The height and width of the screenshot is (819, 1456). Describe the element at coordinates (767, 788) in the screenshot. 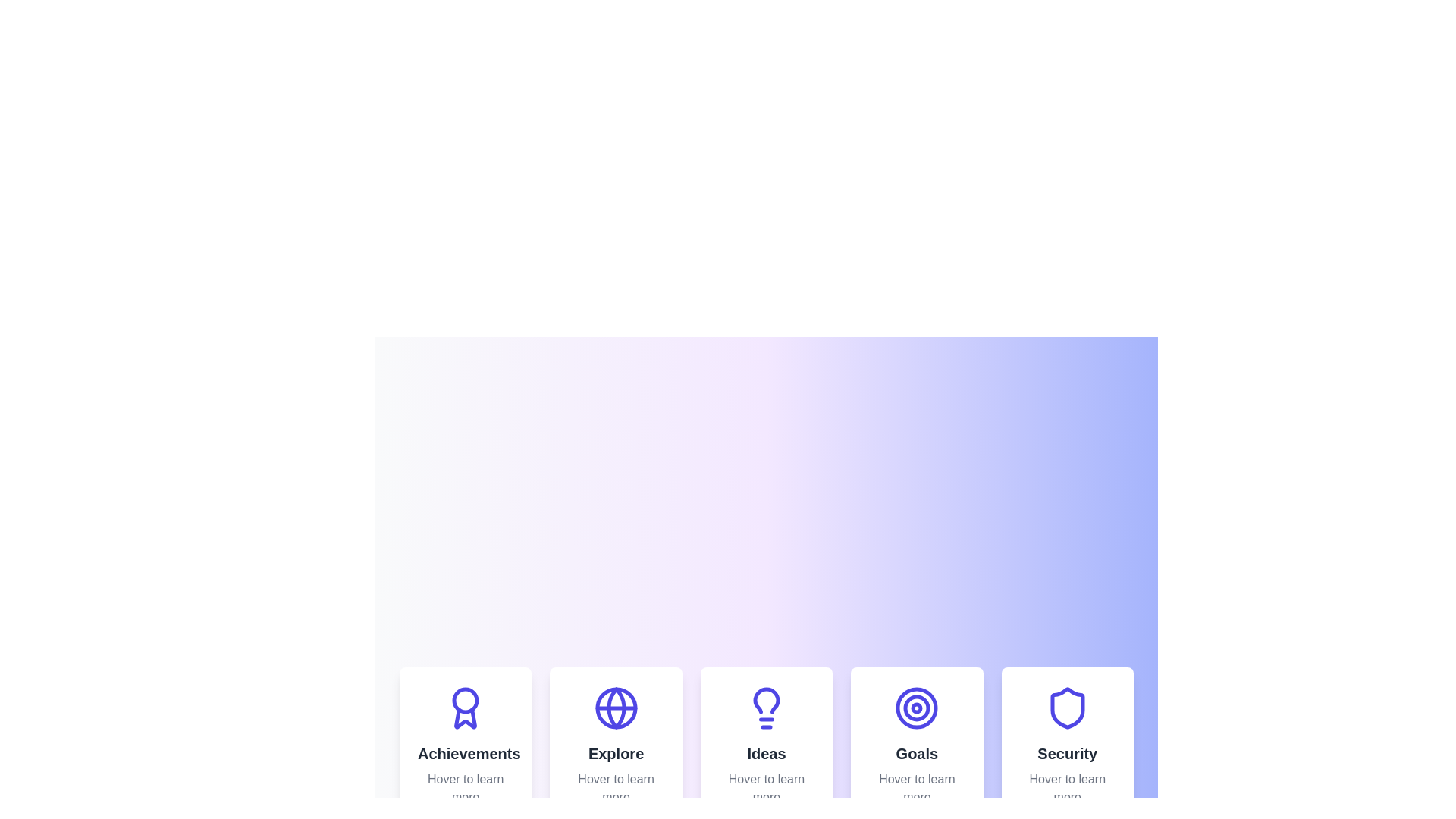

I see `the informational text within the 'Ideas' card, located beneath the bold title 'Ideas' and below the lightbulb icon` at that location.